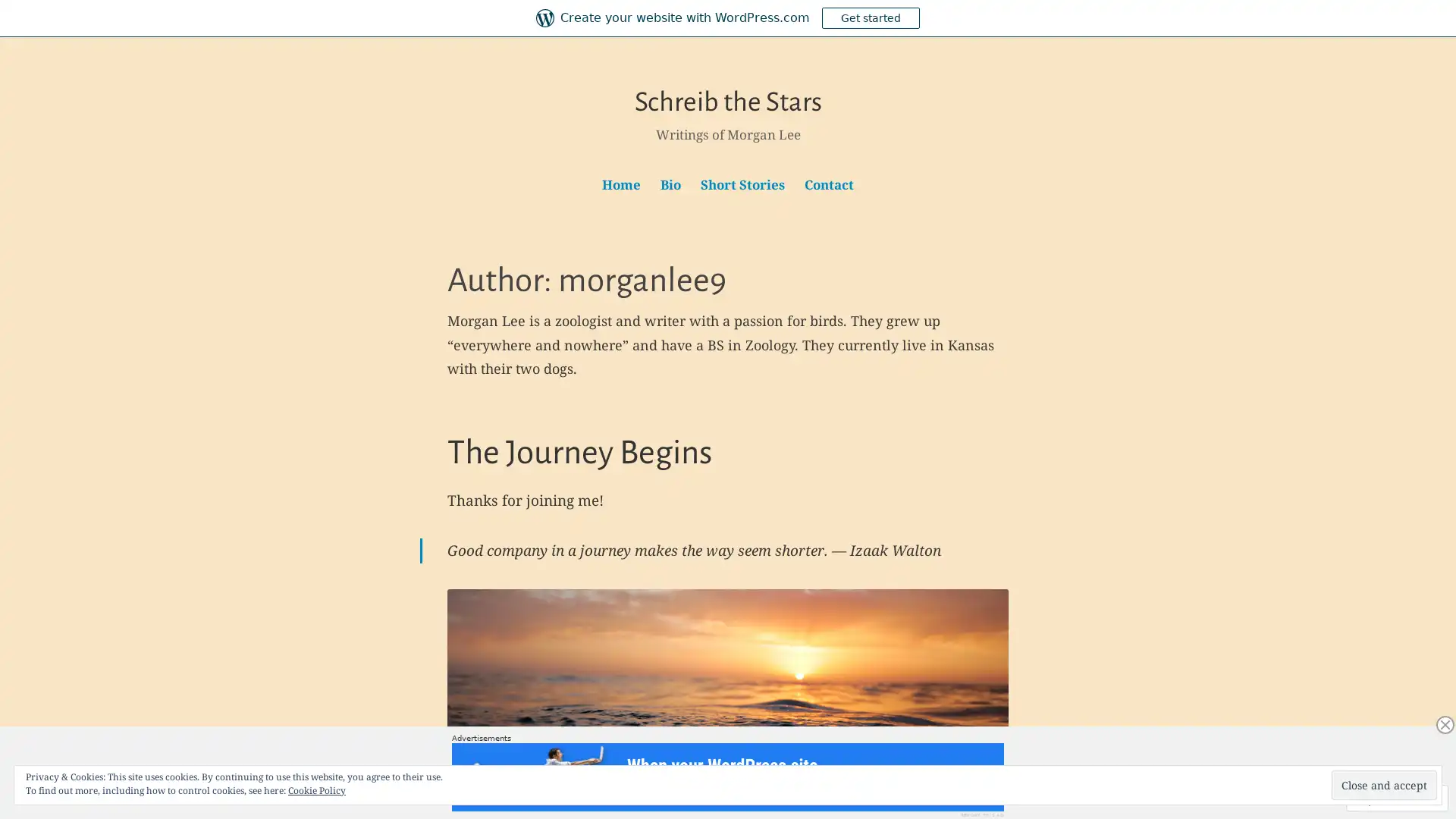 This screenshot has height=819, width=1456. I want to click on Close and accept, so click(1384, 785).